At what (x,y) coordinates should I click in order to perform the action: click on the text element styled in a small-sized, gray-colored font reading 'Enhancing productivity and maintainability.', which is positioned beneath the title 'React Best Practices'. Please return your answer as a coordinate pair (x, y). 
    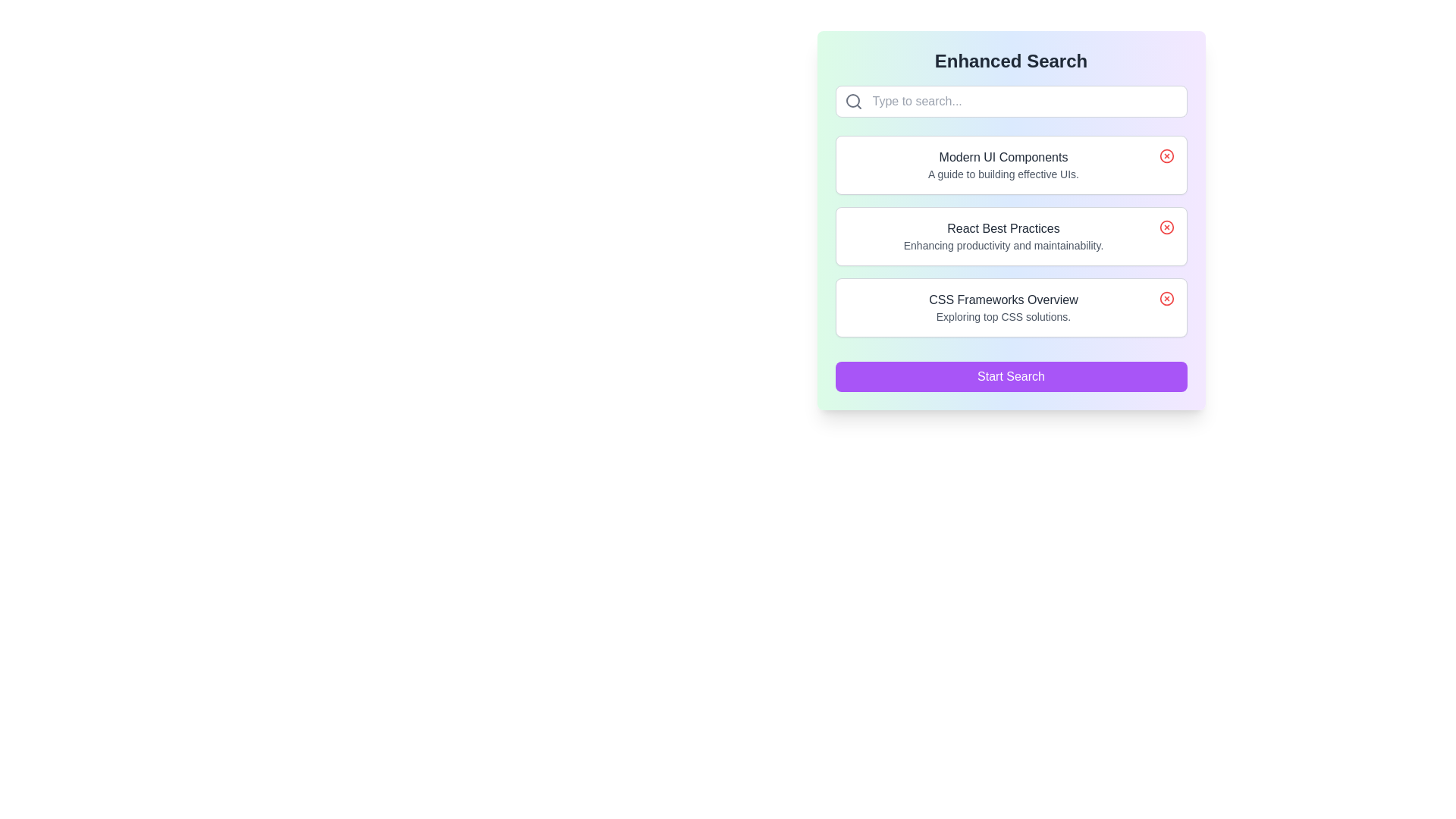
    Looking at the image, I should click on (1003, 245).